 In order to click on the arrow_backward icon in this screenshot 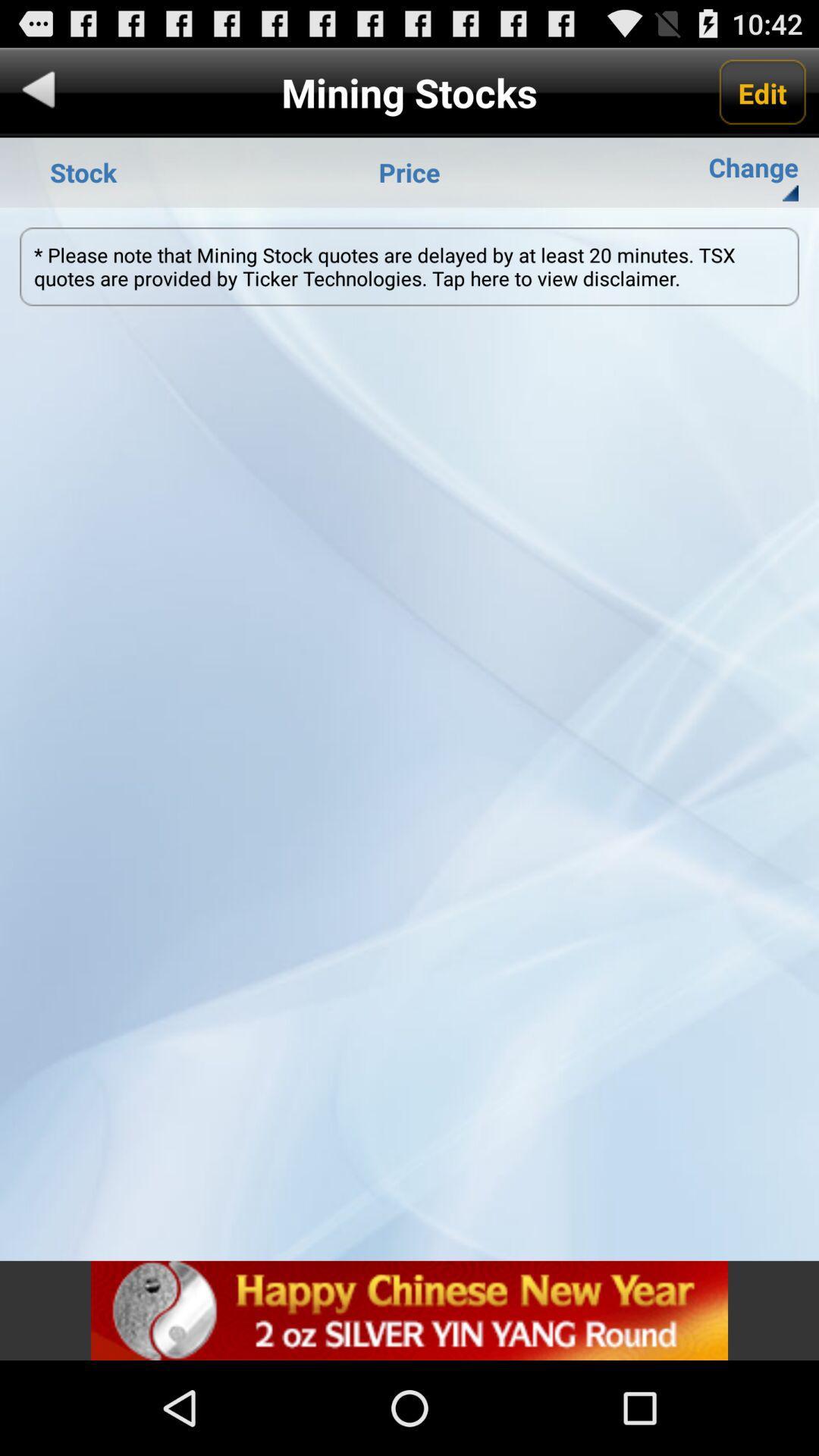, I will do `click(38, 98)`.